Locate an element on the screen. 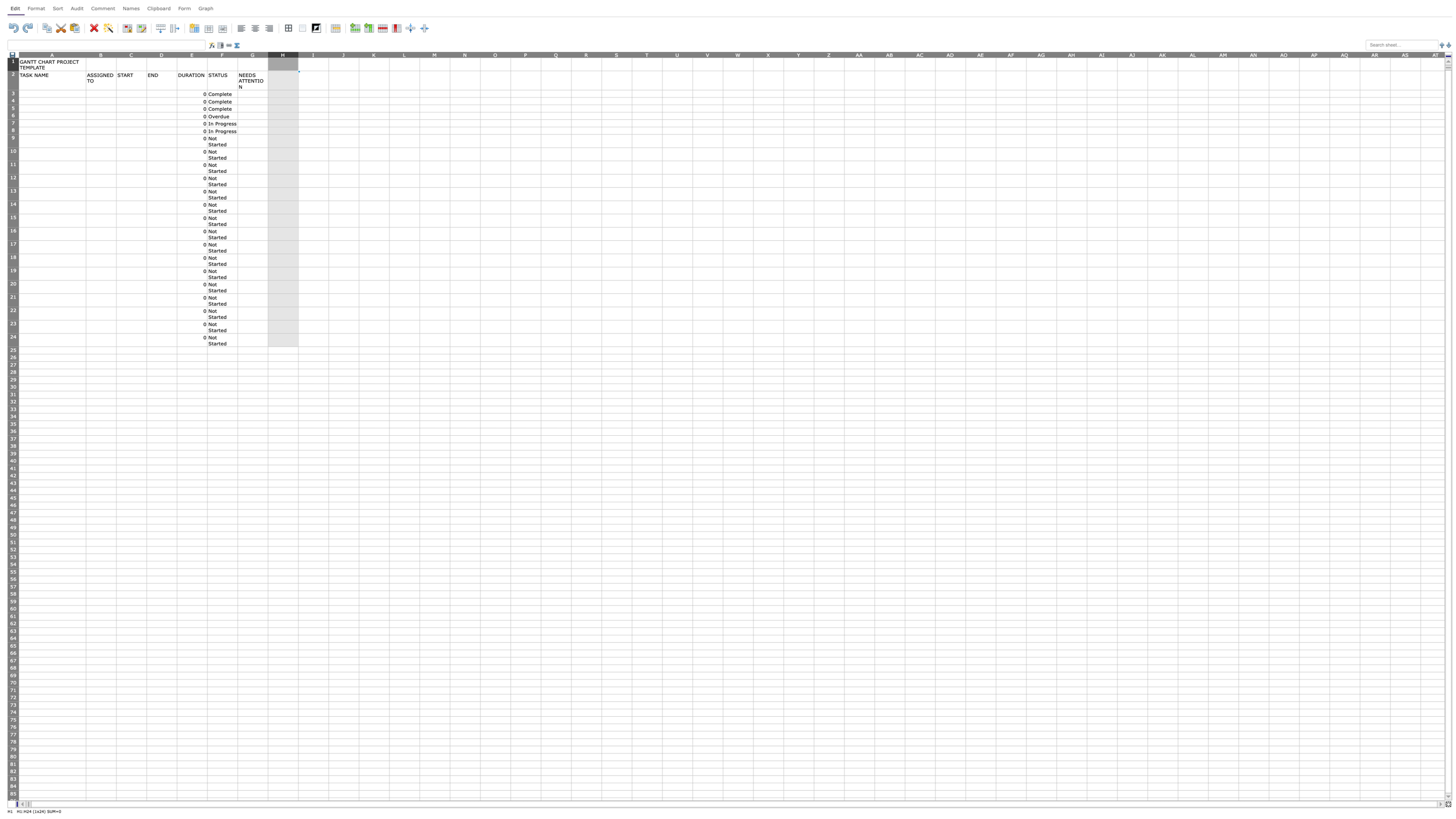  the right edge of column J to resize is located at coordinates (358, 54).